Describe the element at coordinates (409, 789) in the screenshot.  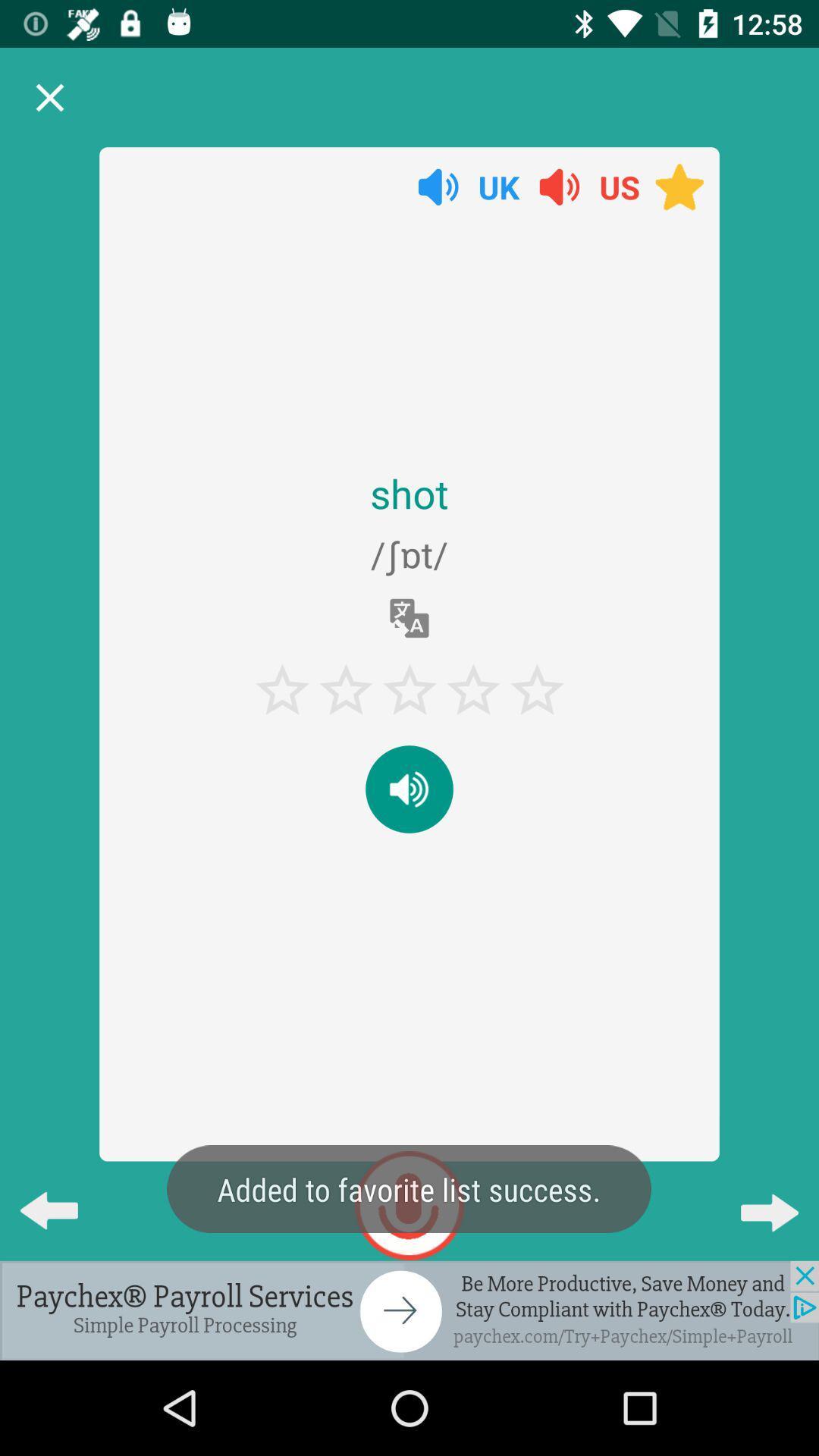
I see `audio` at that location.